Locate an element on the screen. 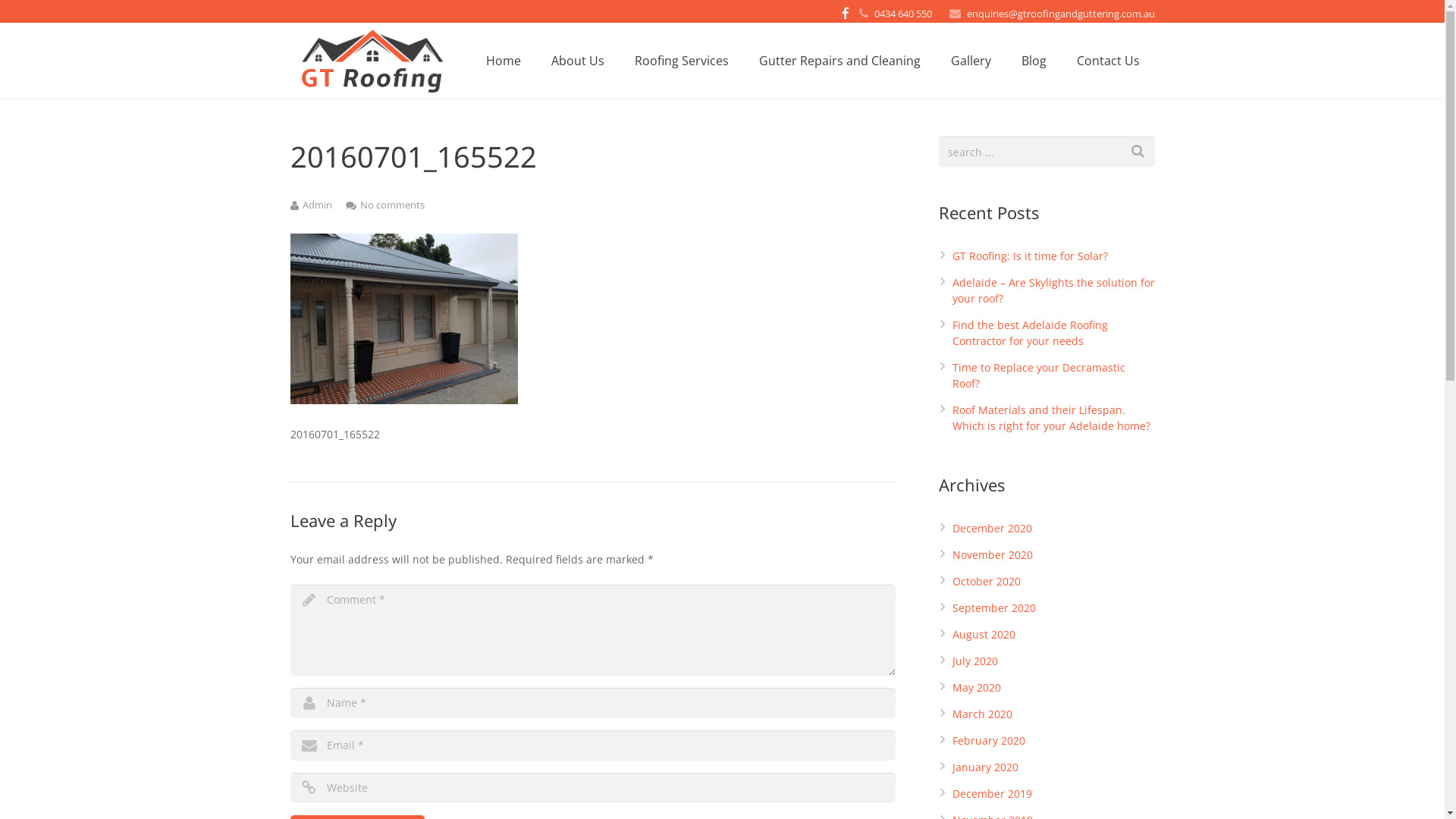 The width and height of the screenshot is (1456, 819). 'Gallery' is located at coordinates (971, 60).